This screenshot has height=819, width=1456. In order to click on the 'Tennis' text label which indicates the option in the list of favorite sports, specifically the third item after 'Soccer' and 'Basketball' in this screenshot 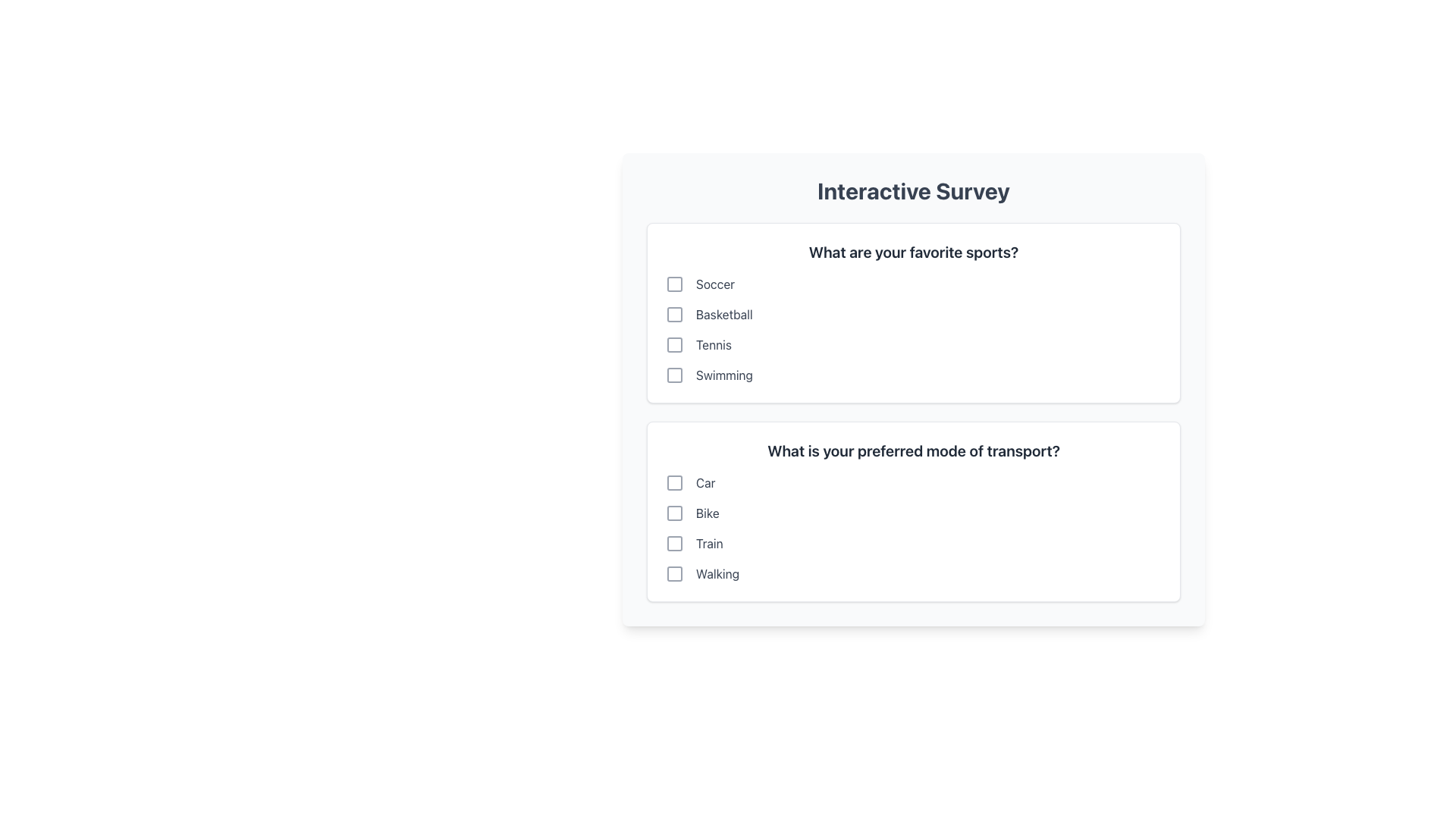, I will do `click(713, 345)`.